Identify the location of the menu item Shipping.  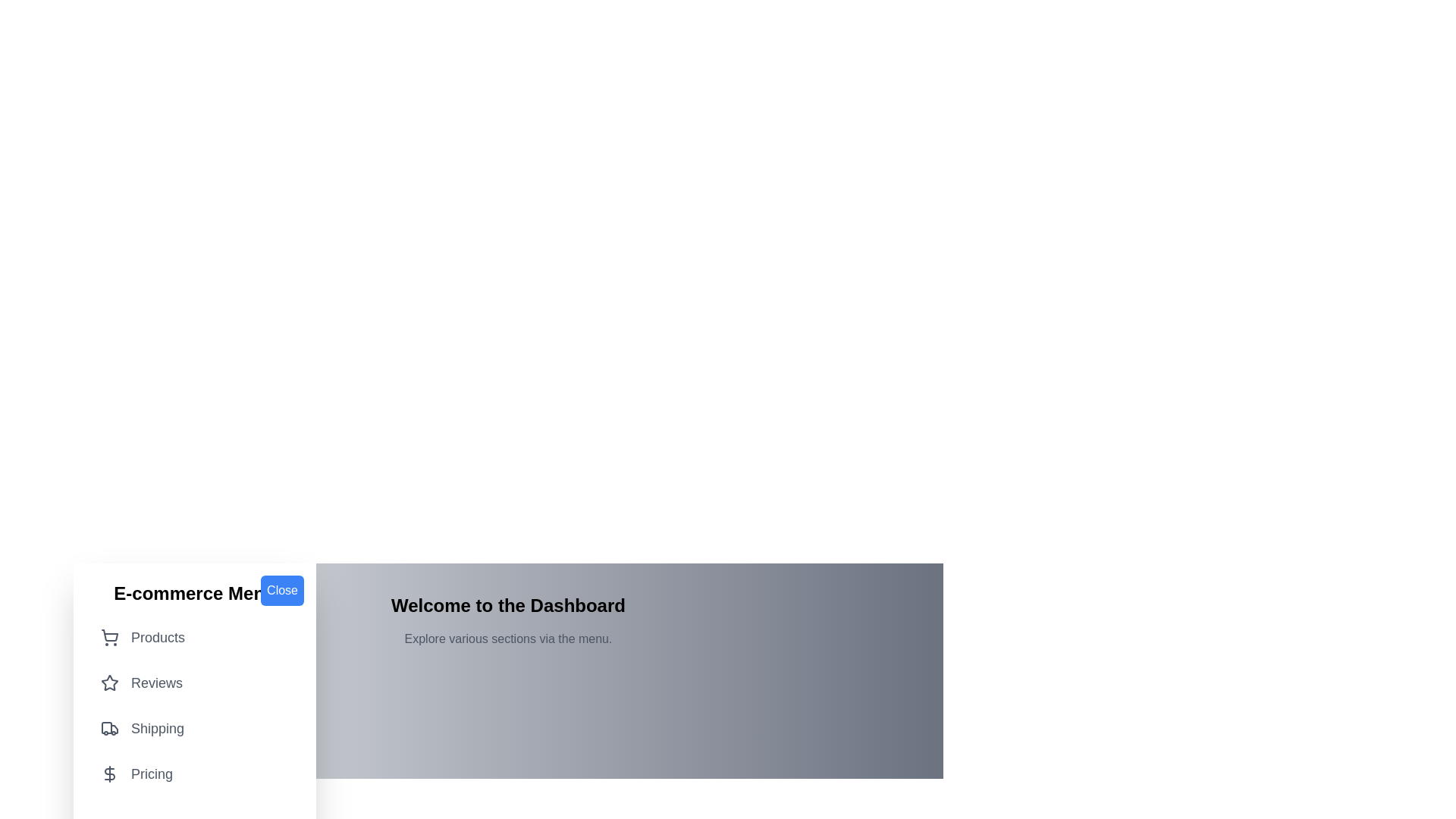
(194, 727).